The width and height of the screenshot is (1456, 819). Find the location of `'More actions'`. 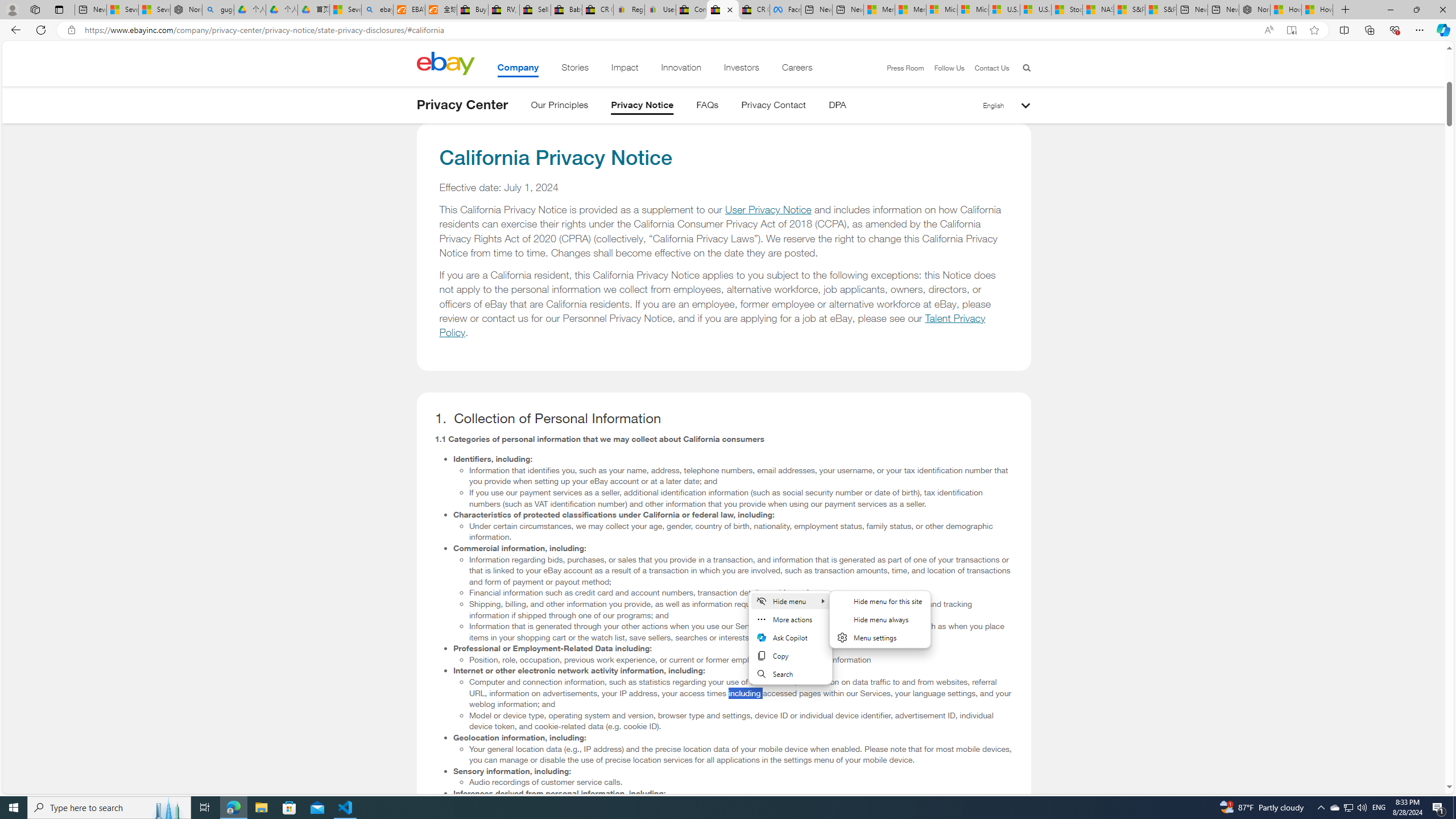

'More actions' is located at coordinates (789, 618).